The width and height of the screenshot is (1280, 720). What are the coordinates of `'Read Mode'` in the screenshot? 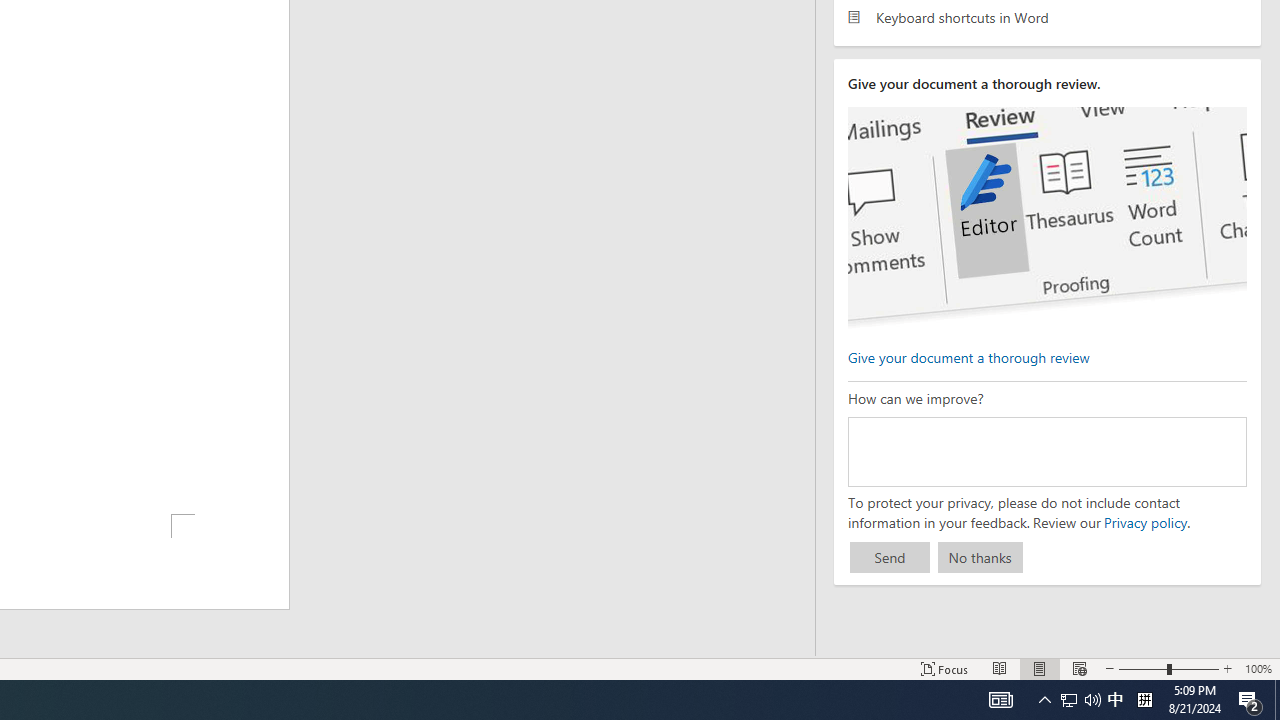 It's located at (1000, 669).